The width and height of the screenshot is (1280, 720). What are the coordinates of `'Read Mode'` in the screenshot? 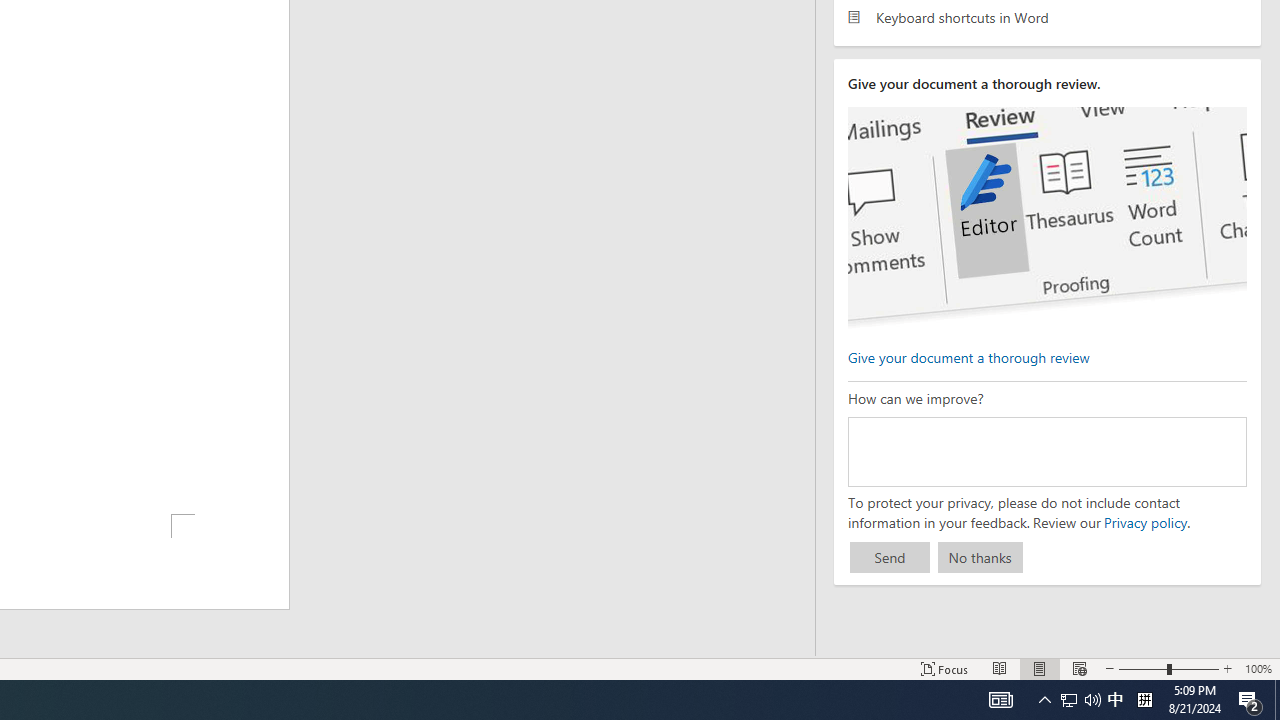 It's located at (1000, 669).